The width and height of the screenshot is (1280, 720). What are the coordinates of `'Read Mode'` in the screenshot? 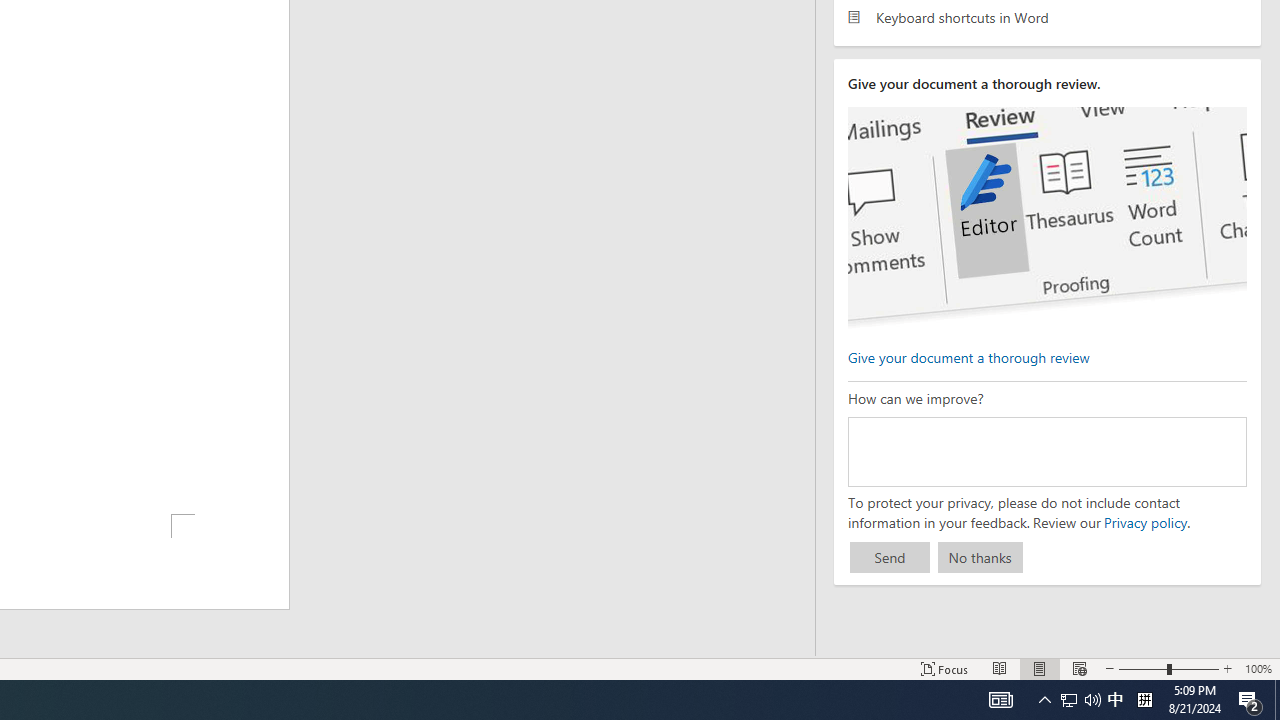 It's located at (1000, 669).